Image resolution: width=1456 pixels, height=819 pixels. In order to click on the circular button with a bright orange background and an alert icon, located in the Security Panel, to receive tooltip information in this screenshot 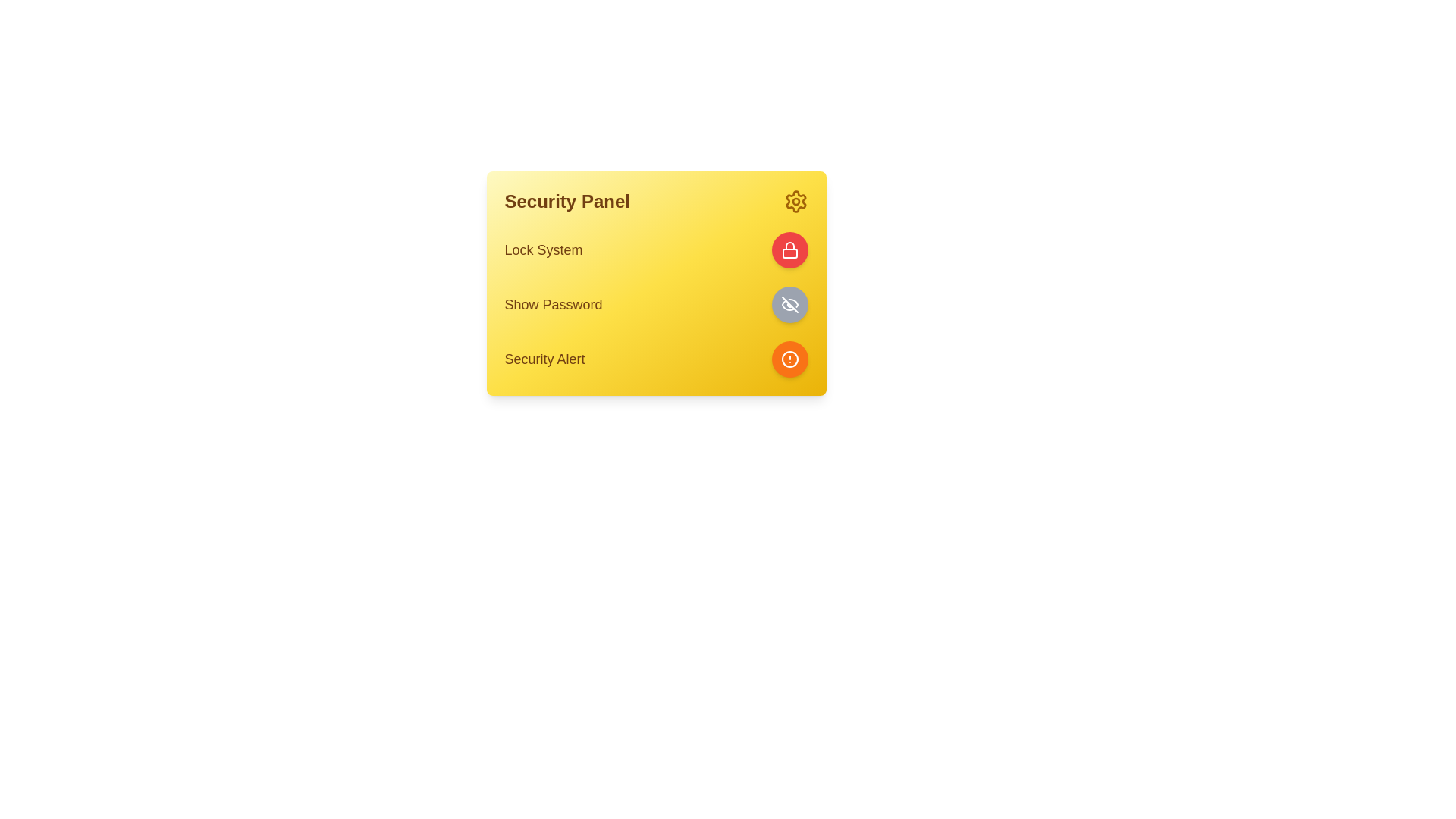, I will do `click(789, 359)`.